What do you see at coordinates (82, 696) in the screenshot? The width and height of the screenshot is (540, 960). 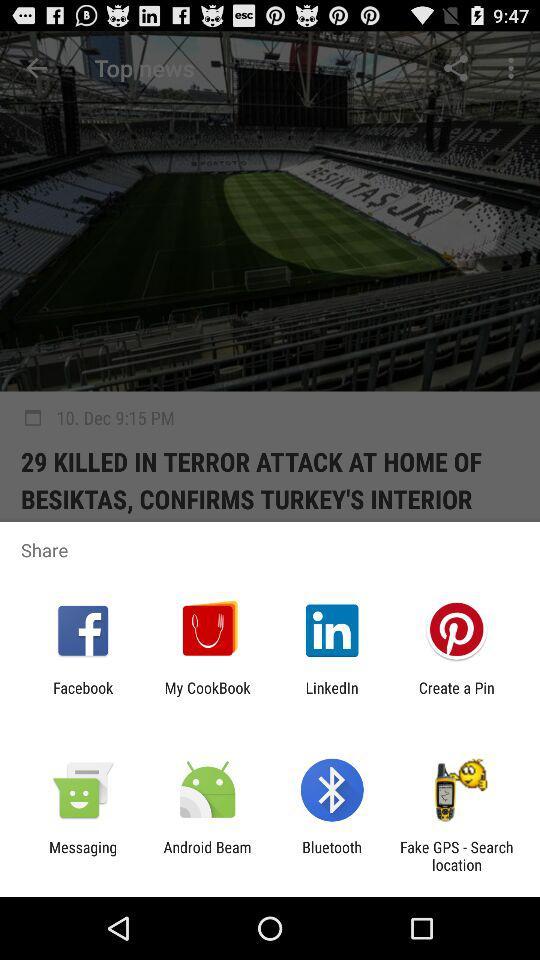 I see `the item next to my cookbook icon` at bounding box center [82, 696].